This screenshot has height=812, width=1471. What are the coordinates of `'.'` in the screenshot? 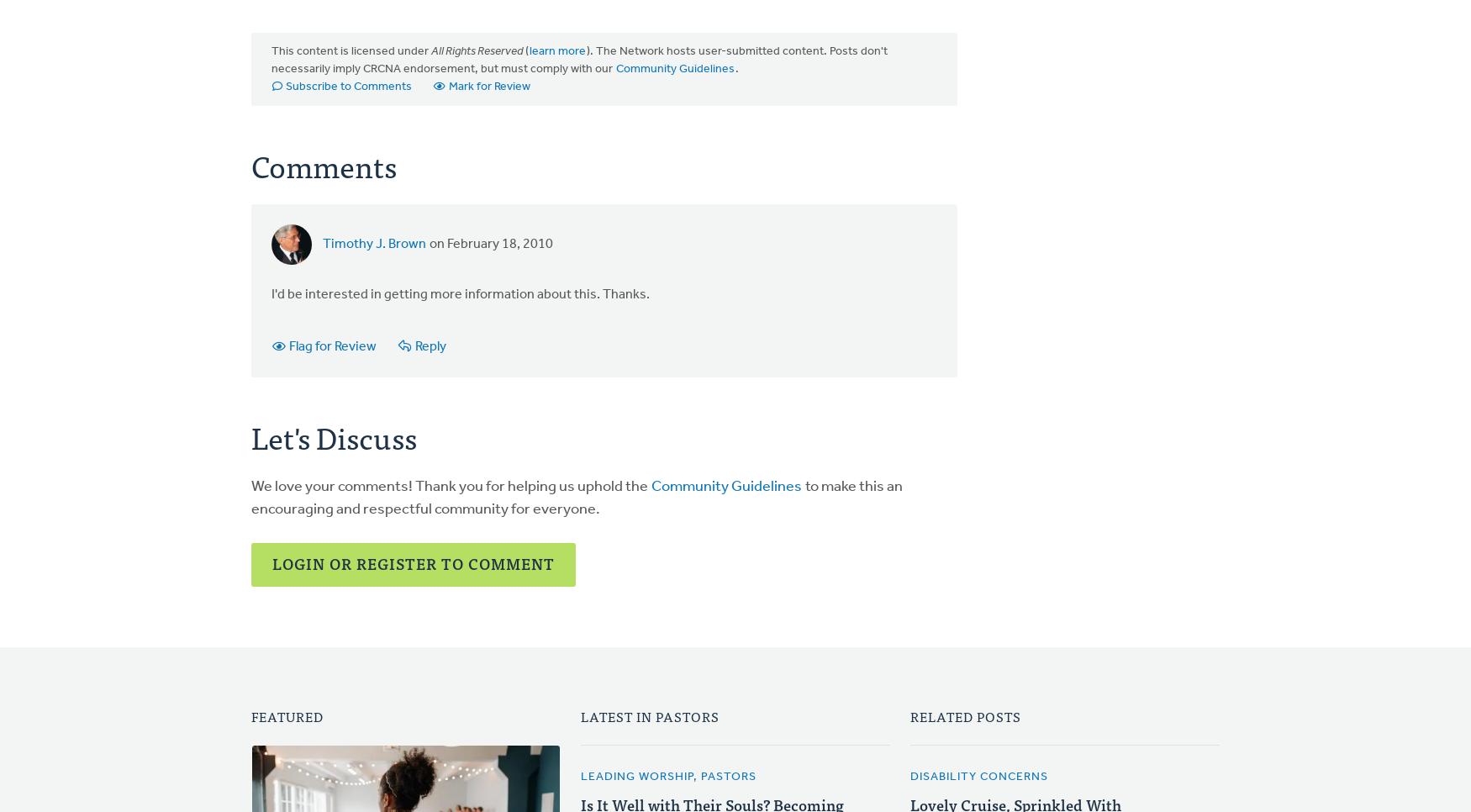 It's located at (735, 68).